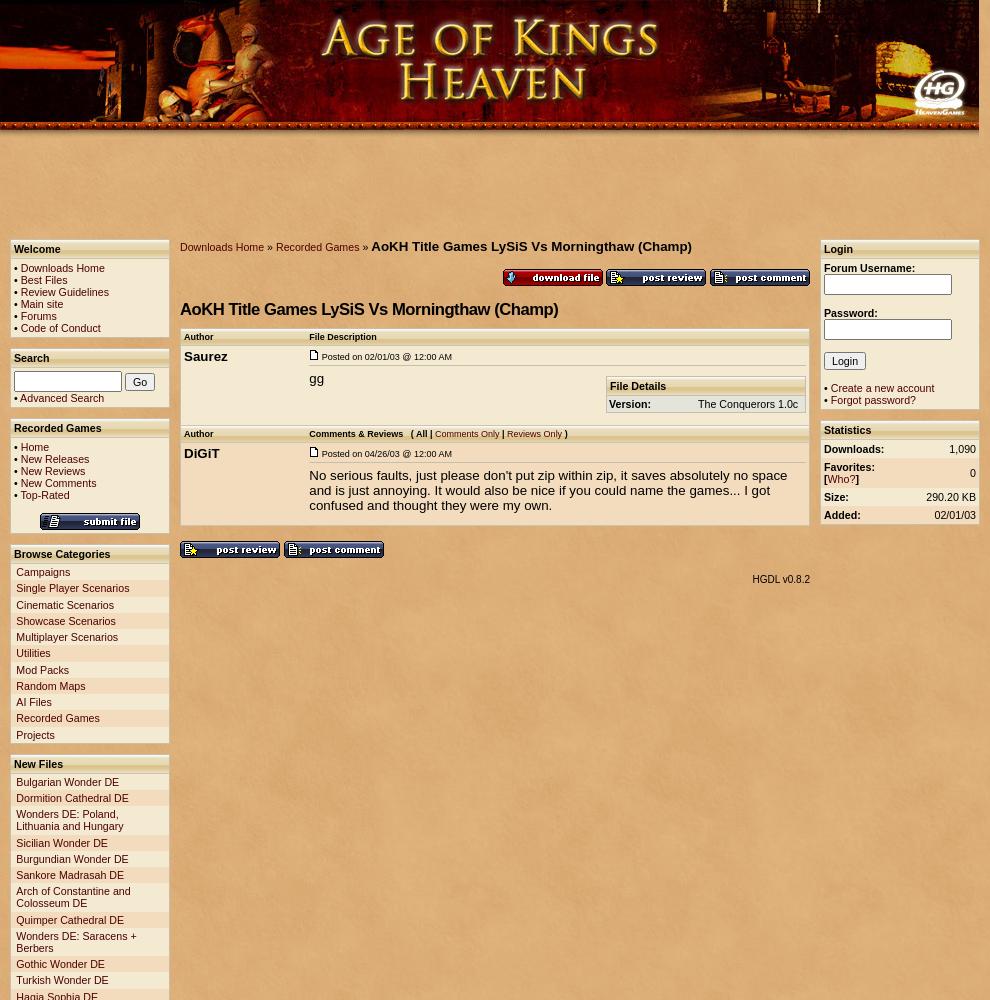  I want to click on 'Random Maps', so click(49, 685).